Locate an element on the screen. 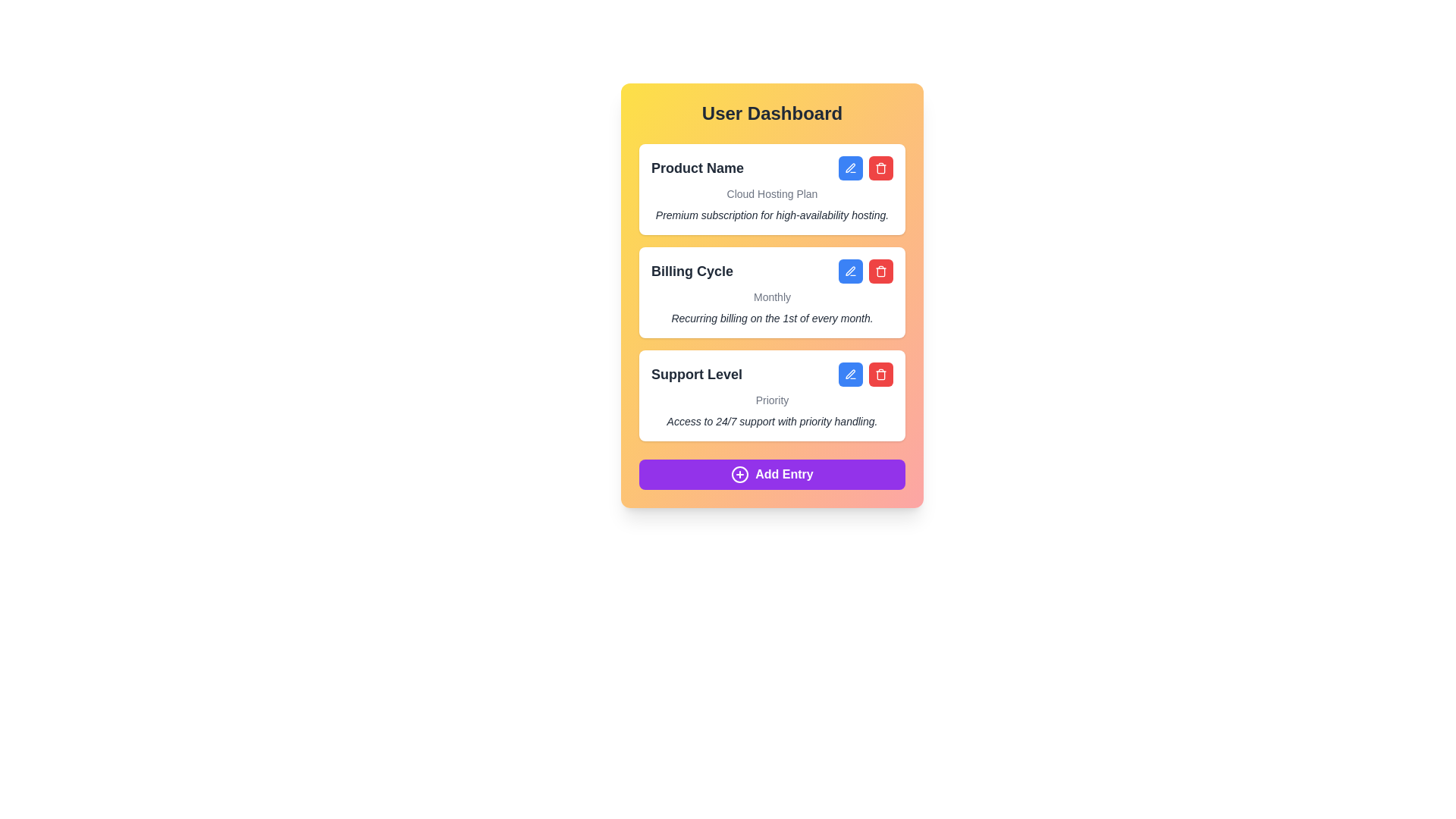  the blue square icon button styled as a pen and line located in the 'Billing Cycle' section of the User Dashboard to initiate editing is located at coordinates (851, 271).